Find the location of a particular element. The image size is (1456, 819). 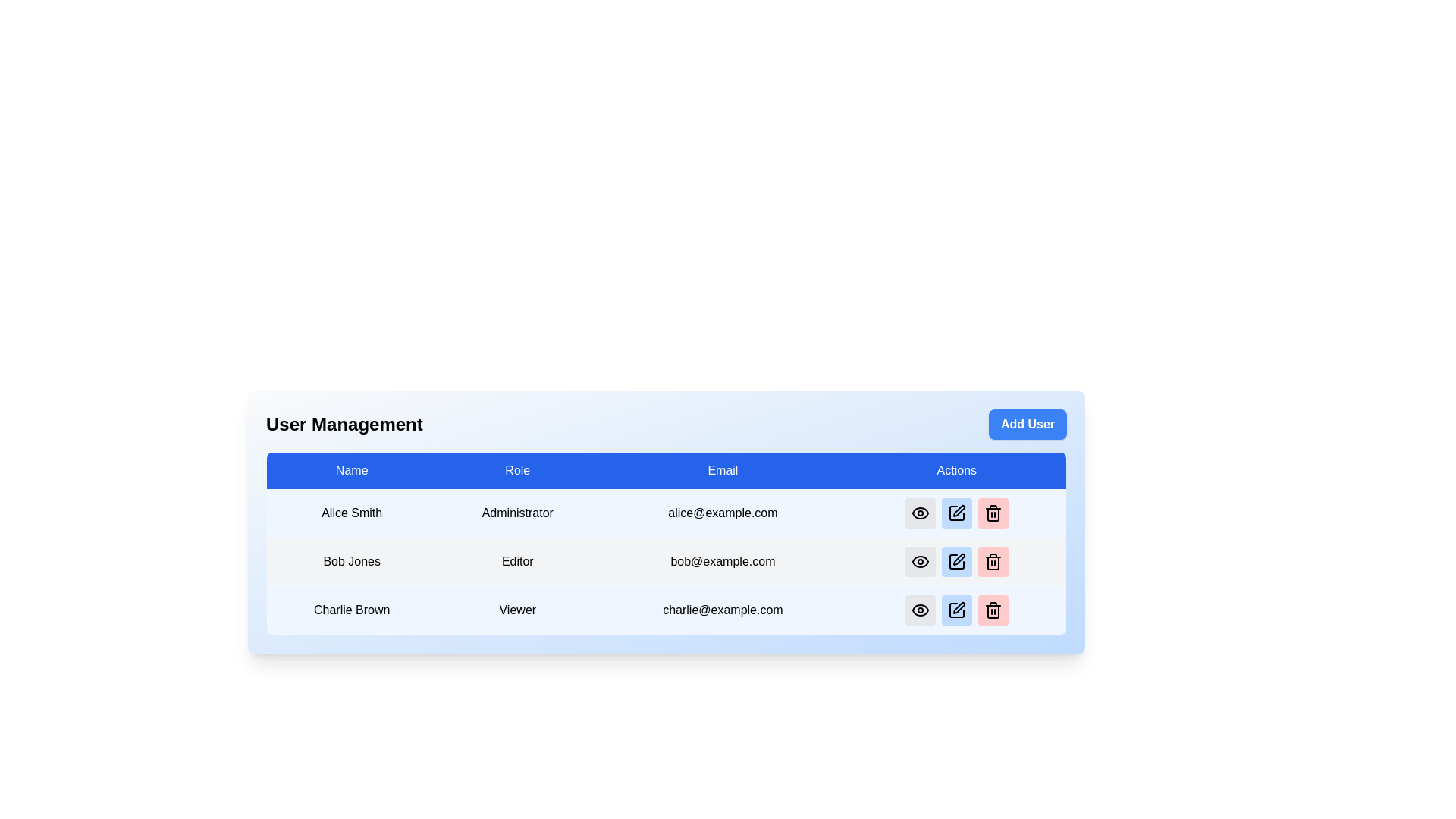

the static text element displaying the email address of the user 'Alice Smith' is located at coordinates (722, 513).